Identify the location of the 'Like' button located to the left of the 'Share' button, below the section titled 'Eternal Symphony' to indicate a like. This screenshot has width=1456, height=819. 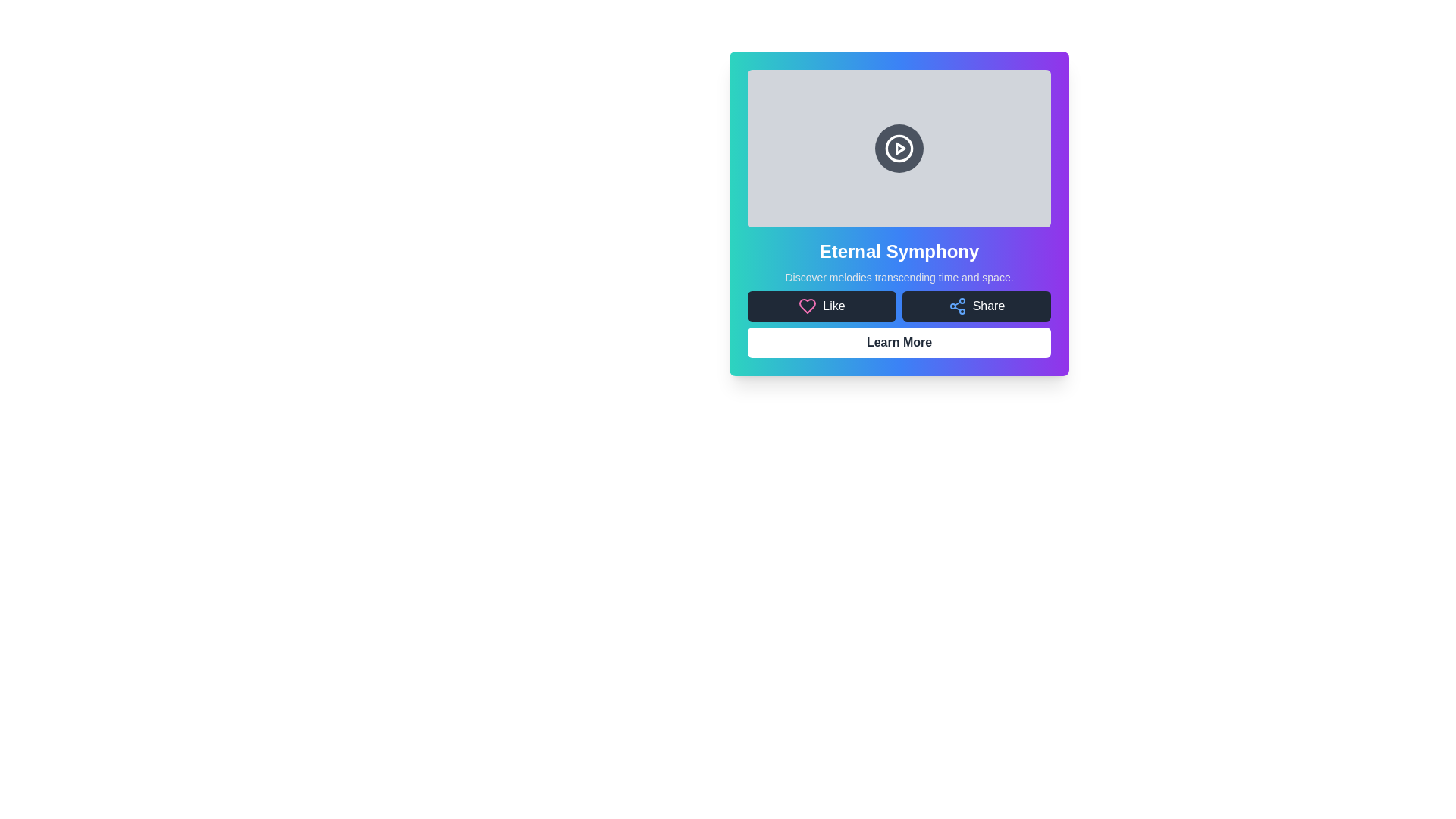
(821, 306).